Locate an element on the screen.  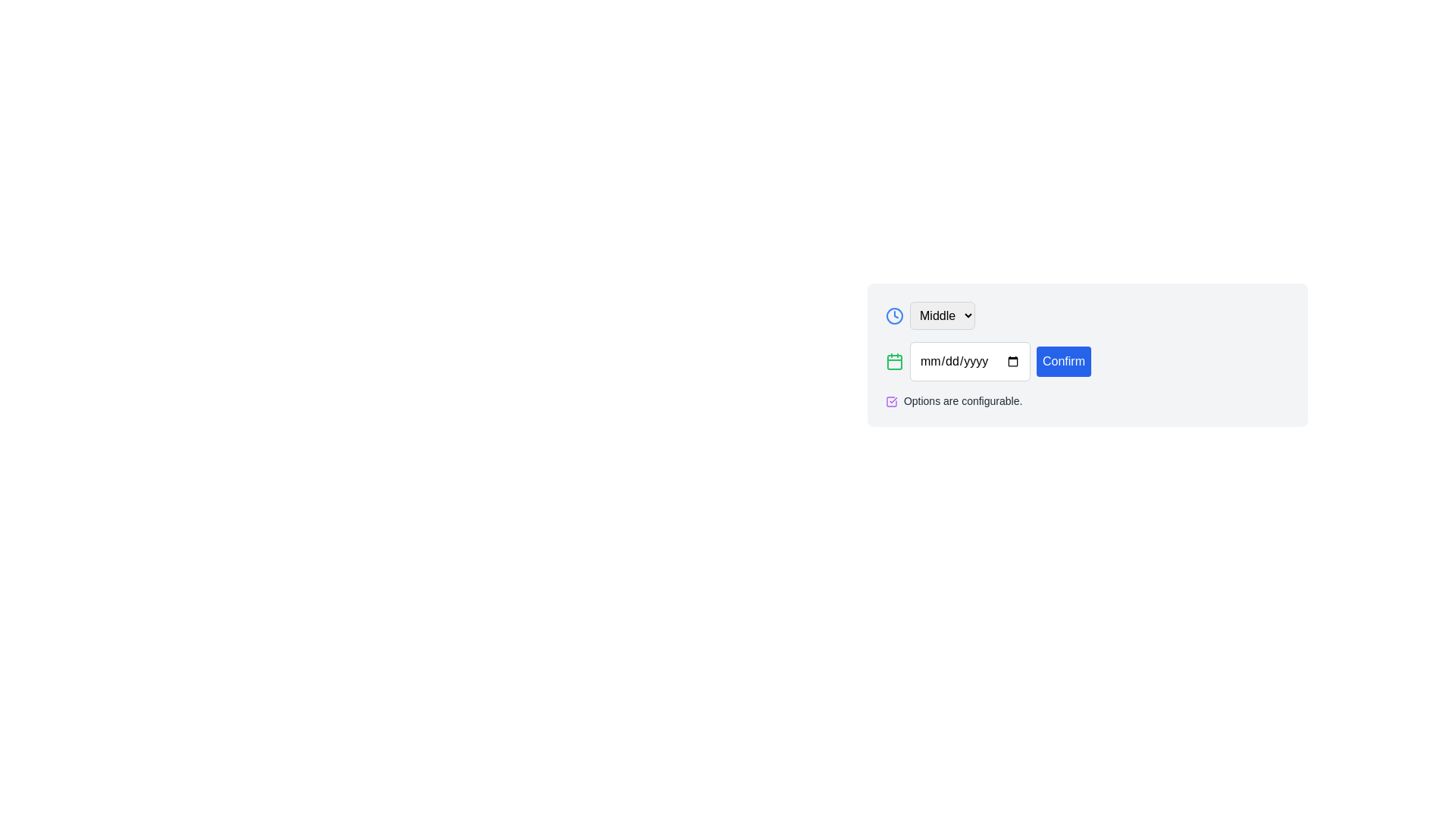
the confirm button located to the right of the date input field to change its background color is located at coordinates (1062, 362).